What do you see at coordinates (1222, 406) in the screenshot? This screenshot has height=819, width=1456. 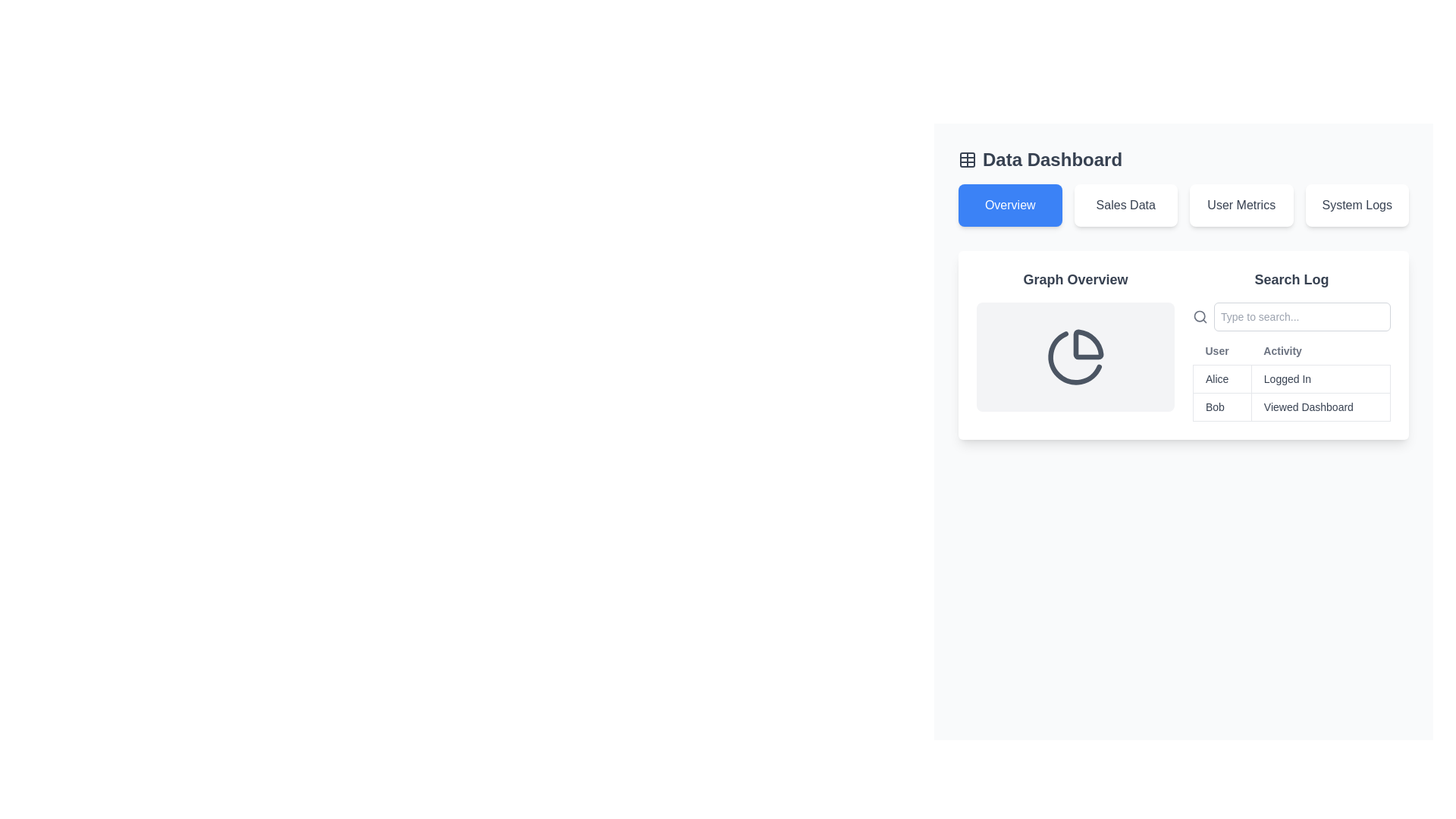 I see `the static text element displaying 'Bob' in the 'User' column of the 'Search Log' section` at bounding box center [1222, 406].